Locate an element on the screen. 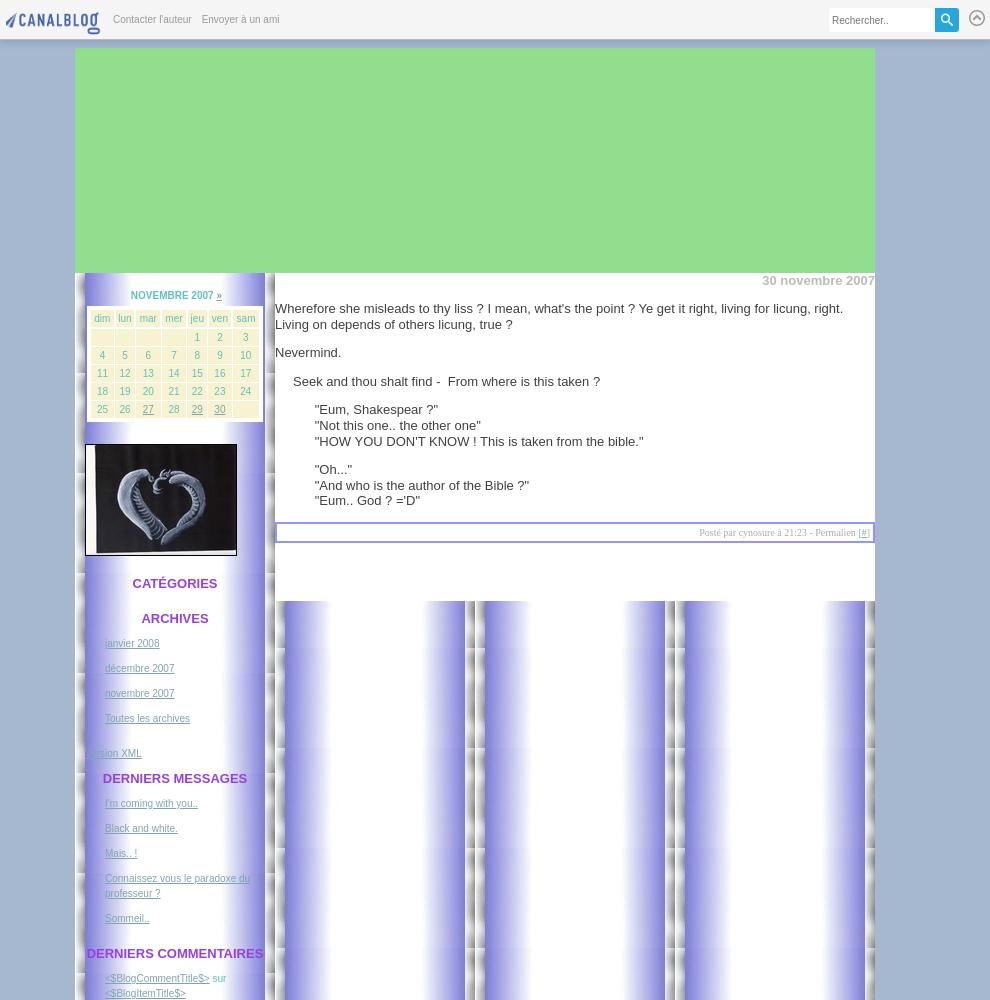 Image resolution: width=990 pixels, height=1000 pixels. '24' is located at coordinates (238, 391).